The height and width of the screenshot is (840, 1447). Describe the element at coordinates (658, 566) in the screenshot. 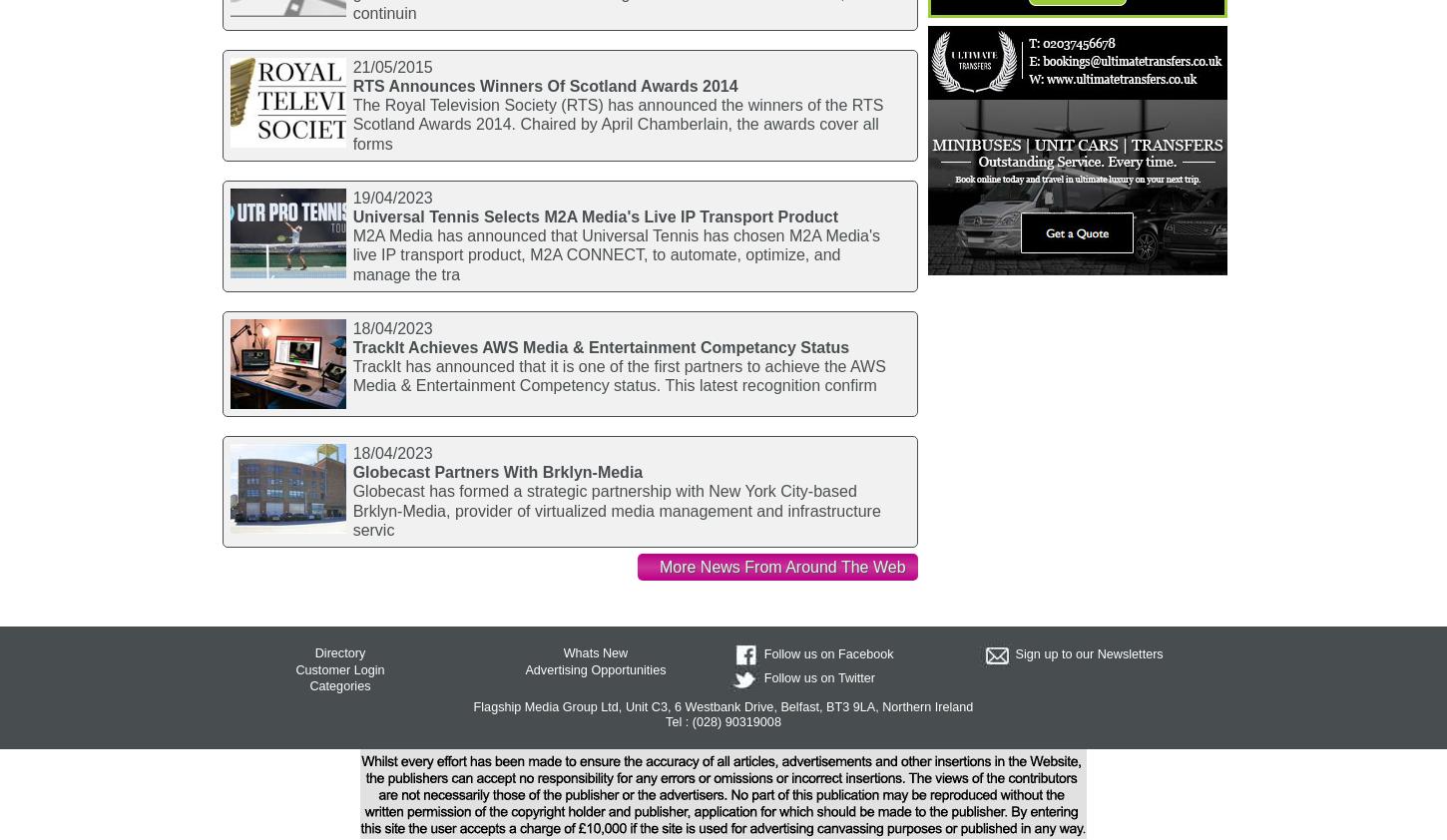

I see `'More News From Around The Web'` at that location.